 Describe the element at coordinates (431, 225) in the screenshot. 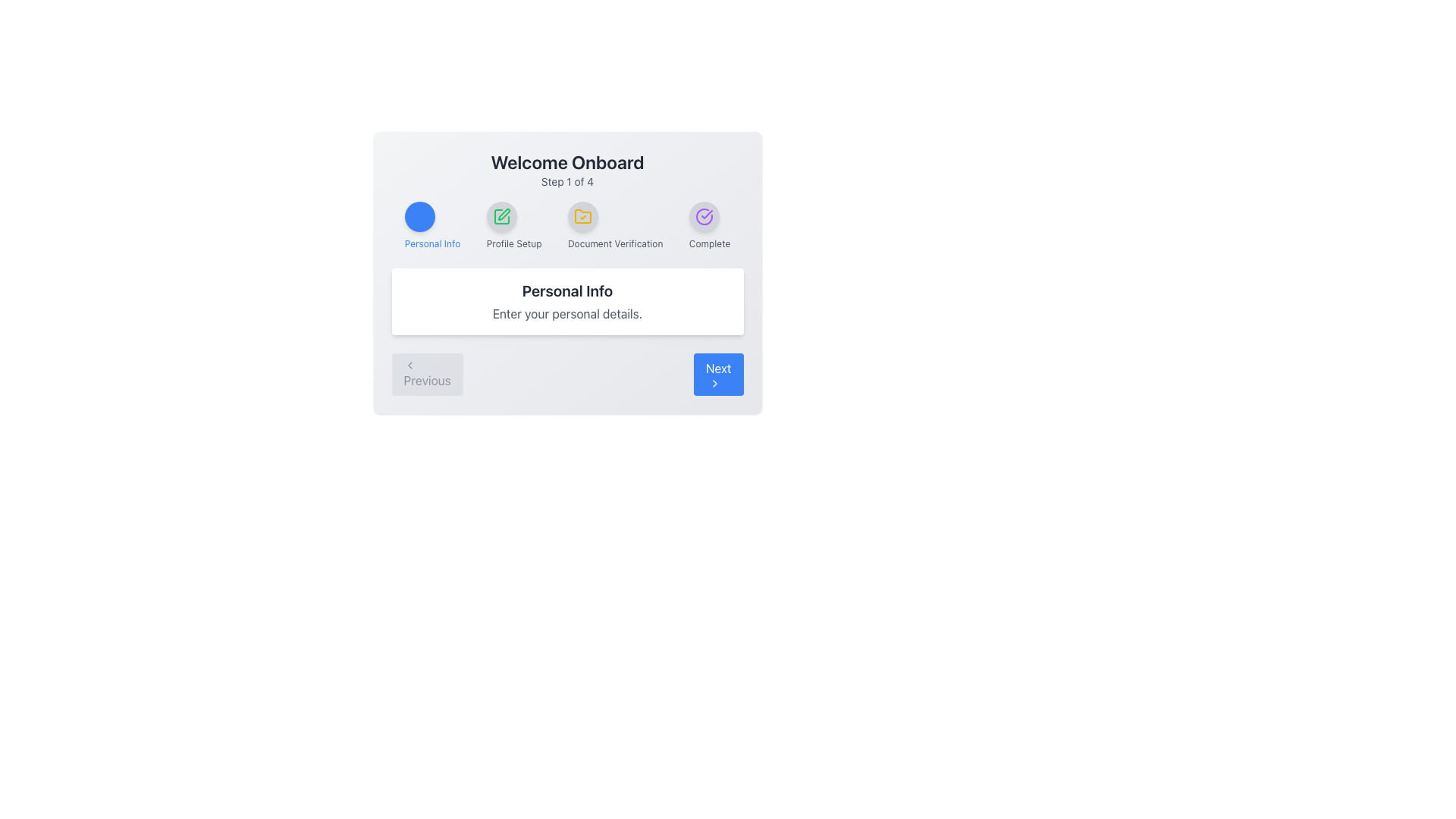

I see `the 'Personal Info' step indicator` at that location.